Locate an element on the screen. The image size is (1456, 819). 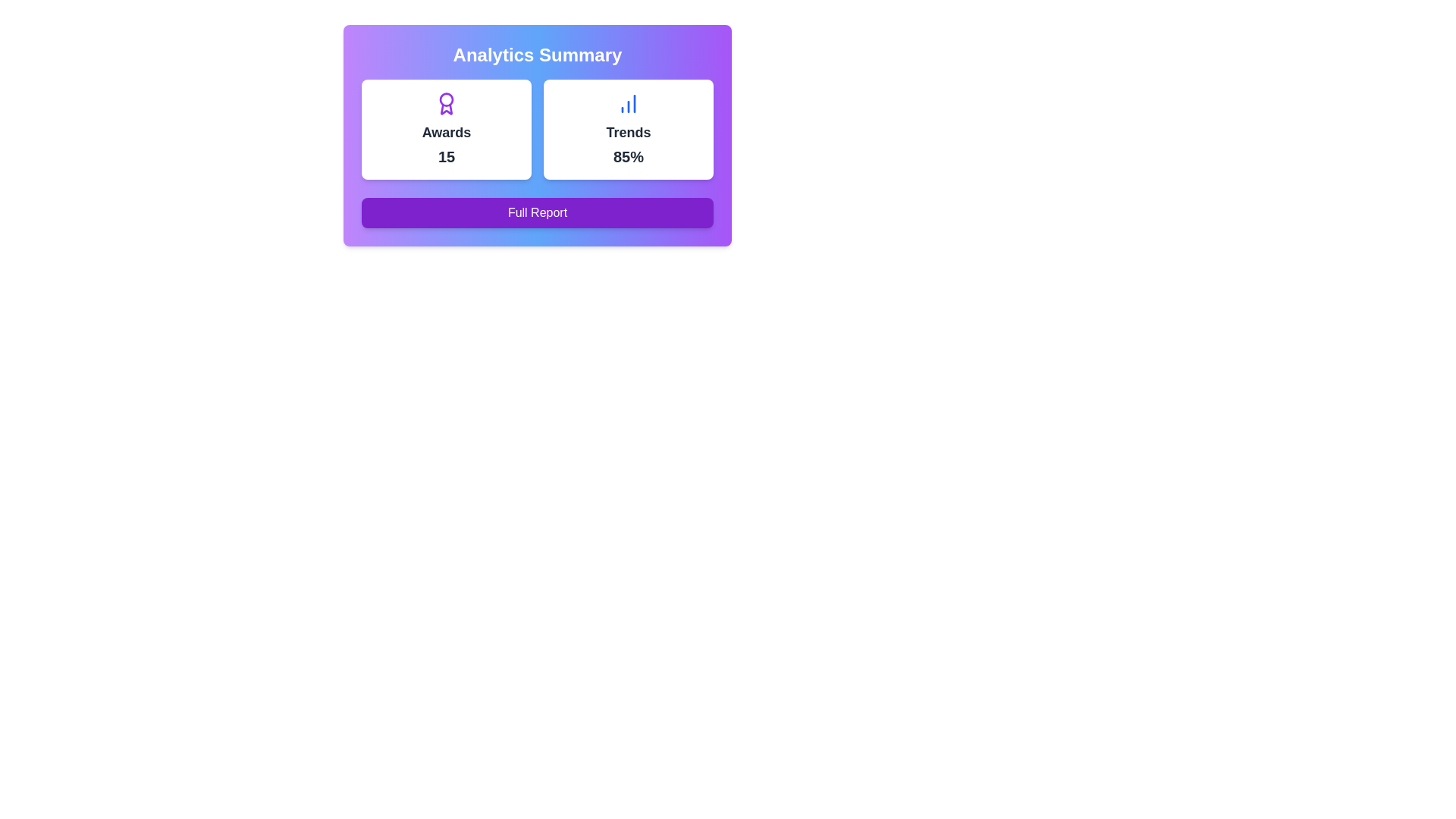
displayed data on the 'Trends' analytics information display card, which is the second card in a two-column layout positioned on the right side next to the 'Awards' card is located at coordinates (629, 128).